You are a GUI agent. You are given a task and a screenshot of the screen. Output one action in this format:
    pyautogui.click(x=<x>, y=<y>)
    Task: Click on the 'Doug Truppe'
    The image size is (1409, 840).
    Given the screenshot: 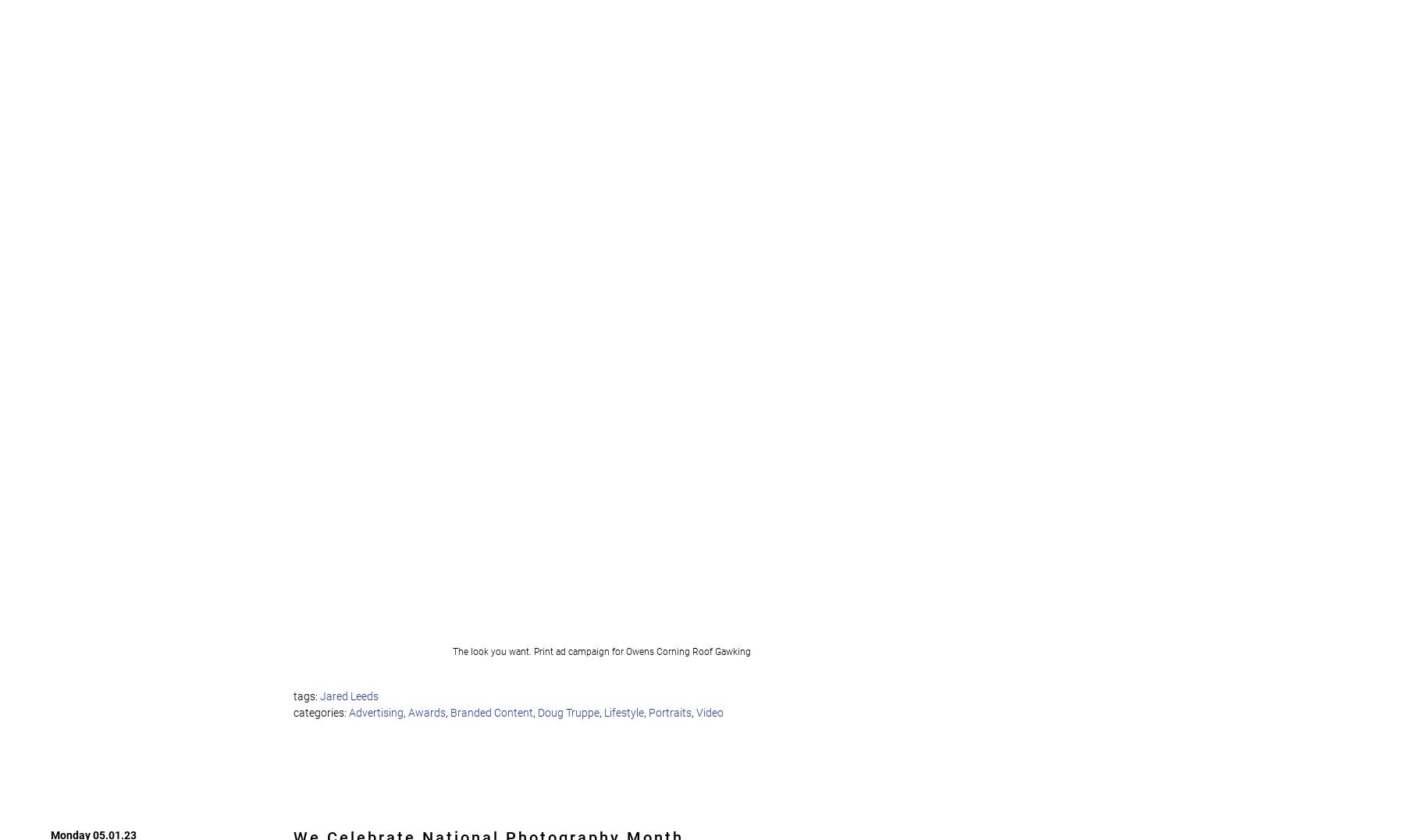 What is the action you would take?
    pyautogui.click(x=537, y=711)
    